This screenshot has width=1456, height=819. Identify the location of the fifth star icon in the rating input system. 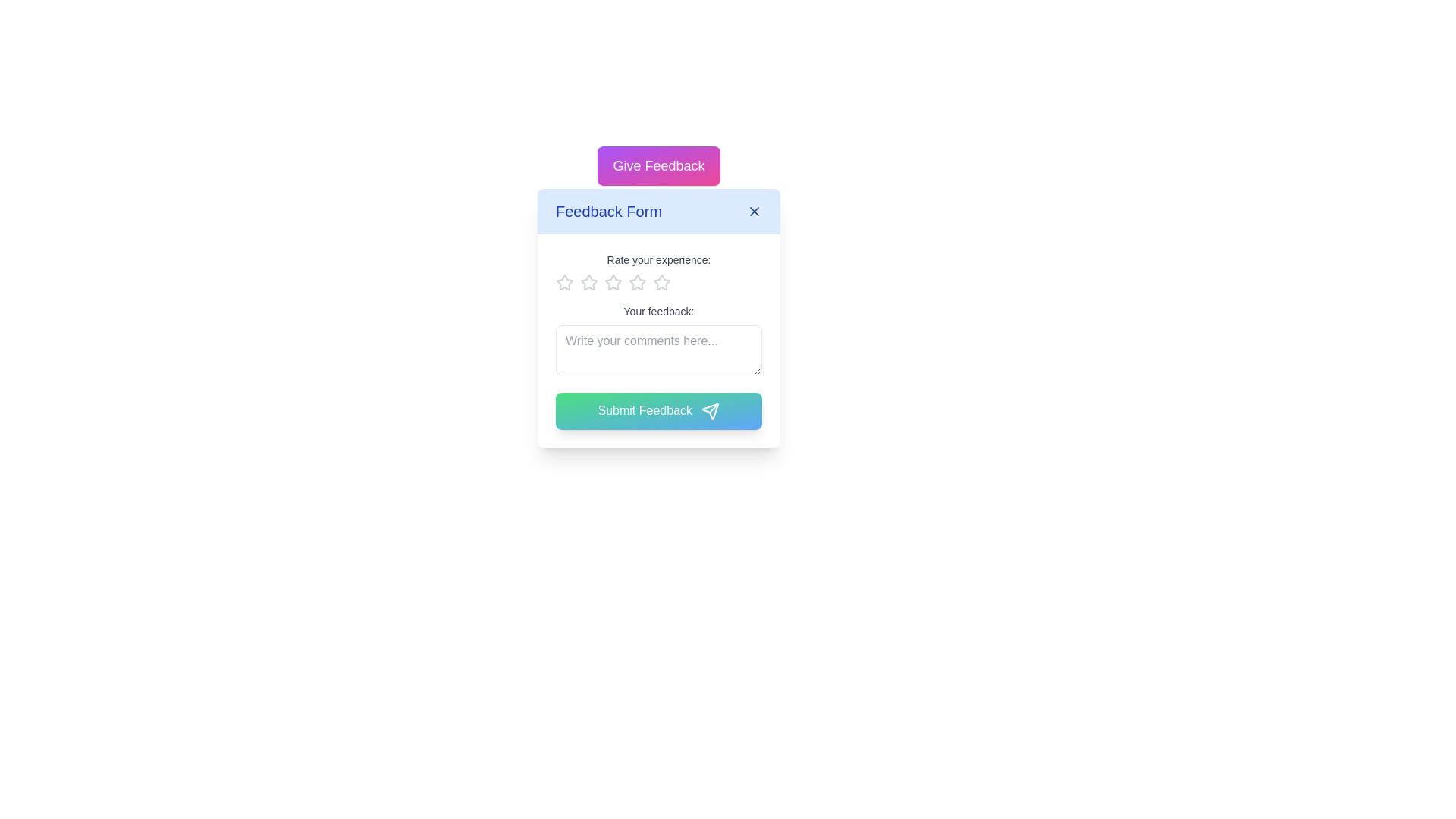
(662, 283).